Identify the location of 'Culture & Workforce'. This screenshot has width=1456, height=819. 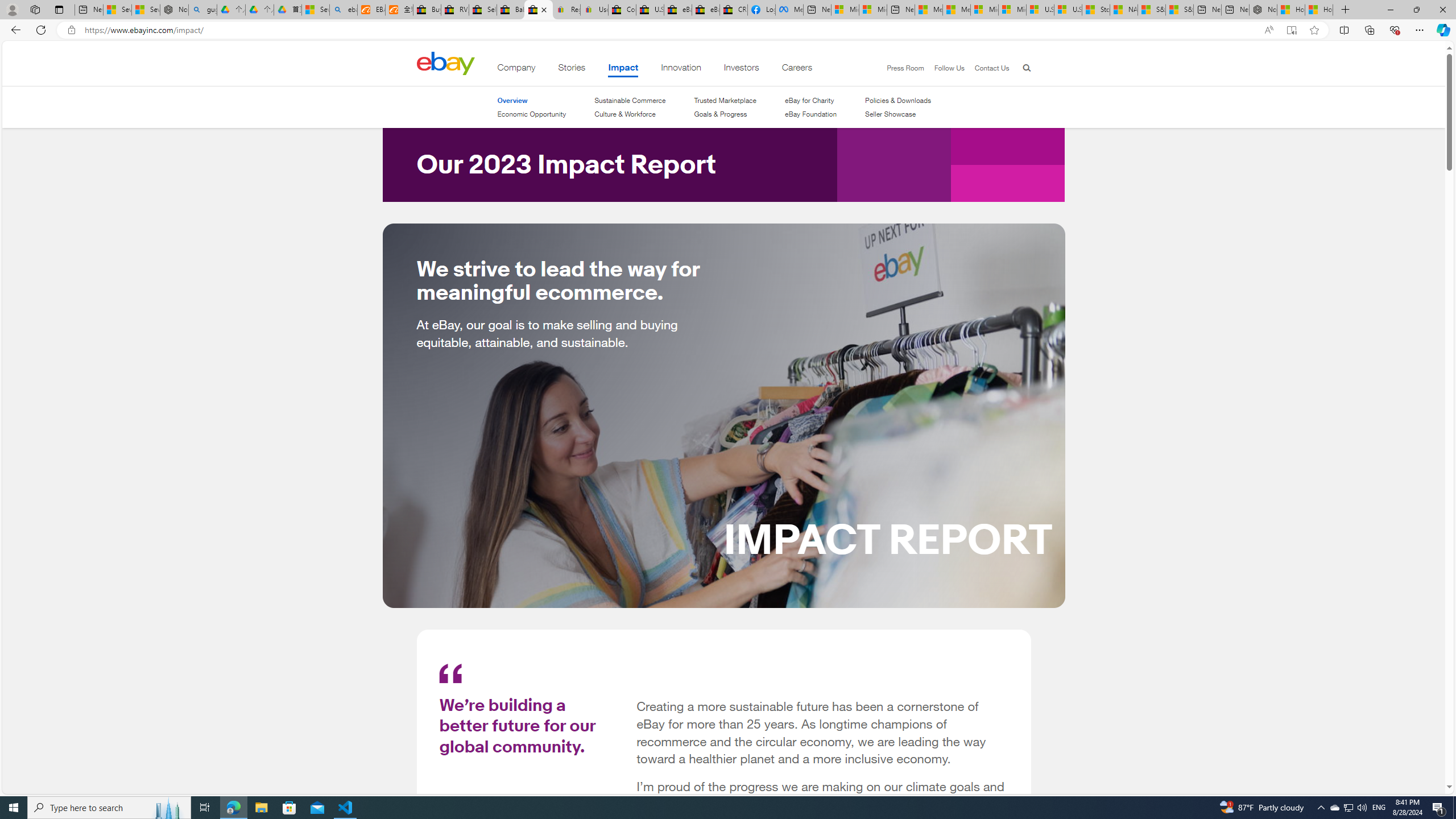
(629, 113).